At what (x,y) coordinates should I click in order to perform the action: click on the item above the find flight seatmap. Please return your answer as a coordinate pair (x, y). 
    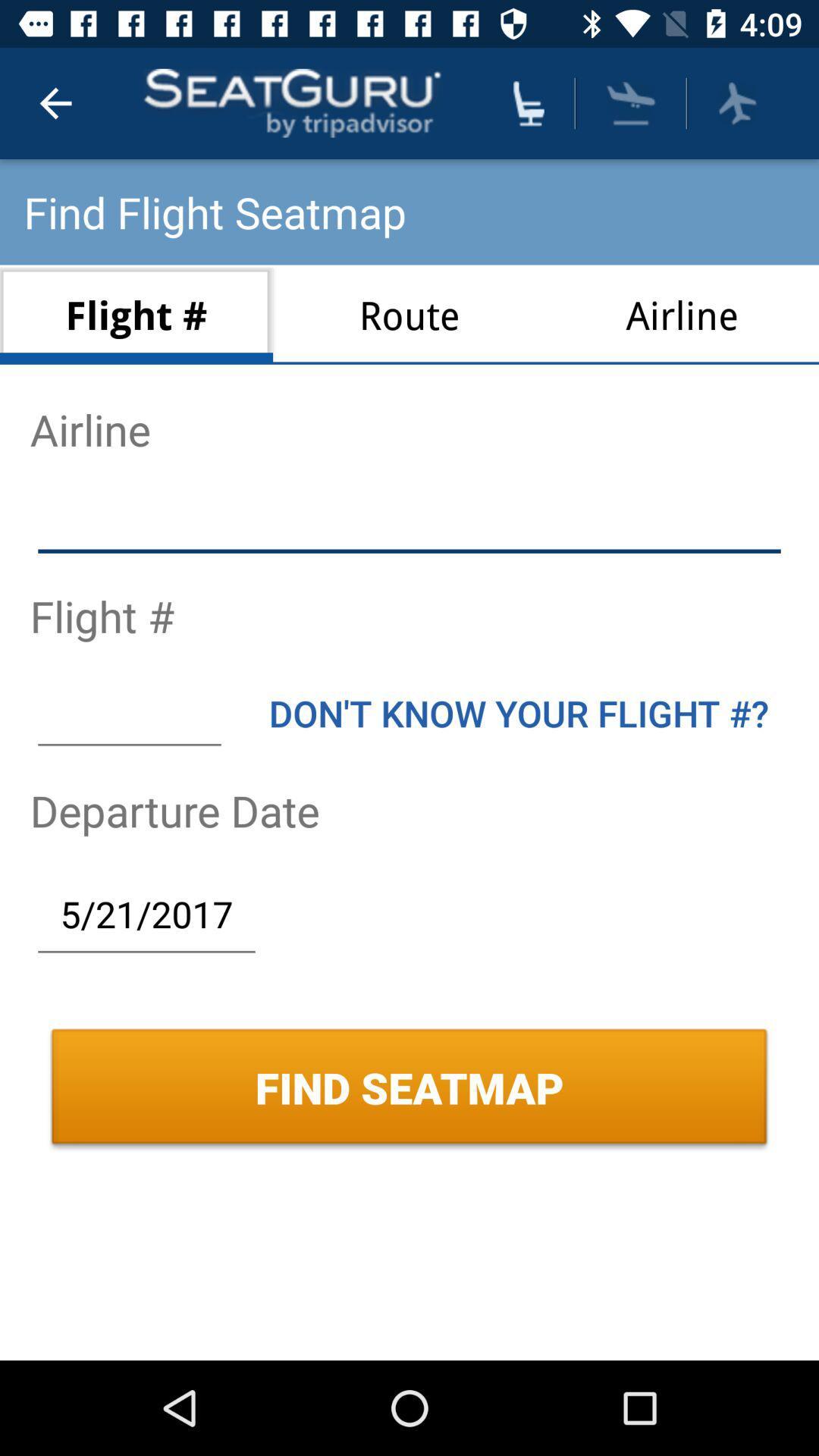
    Looking at the image, I should click on (55, 102).